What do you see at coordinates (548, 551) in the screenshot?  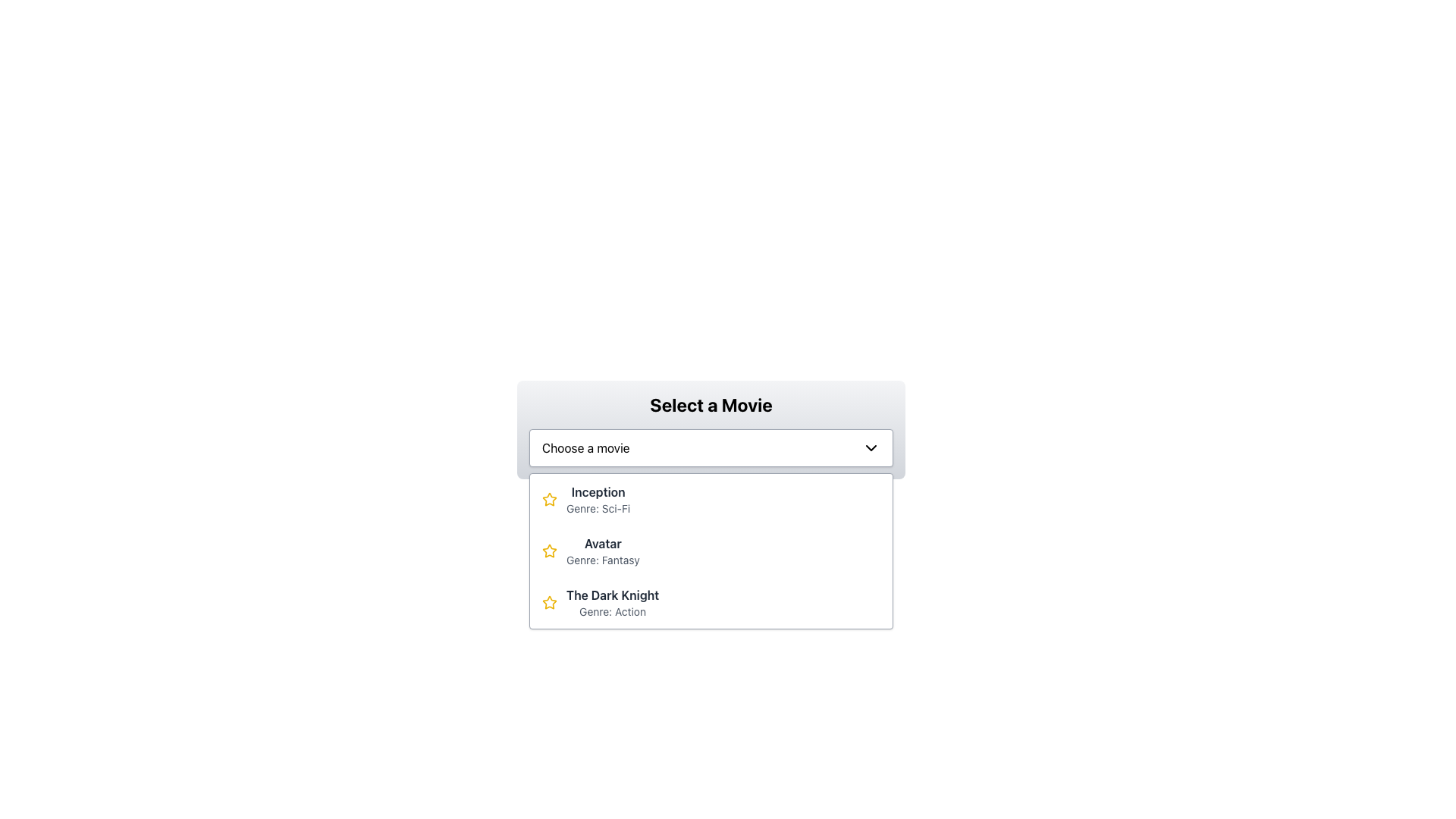 I see `the star-shaped SVG icon with a golden border and white fill, located to the left of the text 'Inception Genre: Sci-Fi' in the movie selection dropdown` at bounding box center [548, 551].